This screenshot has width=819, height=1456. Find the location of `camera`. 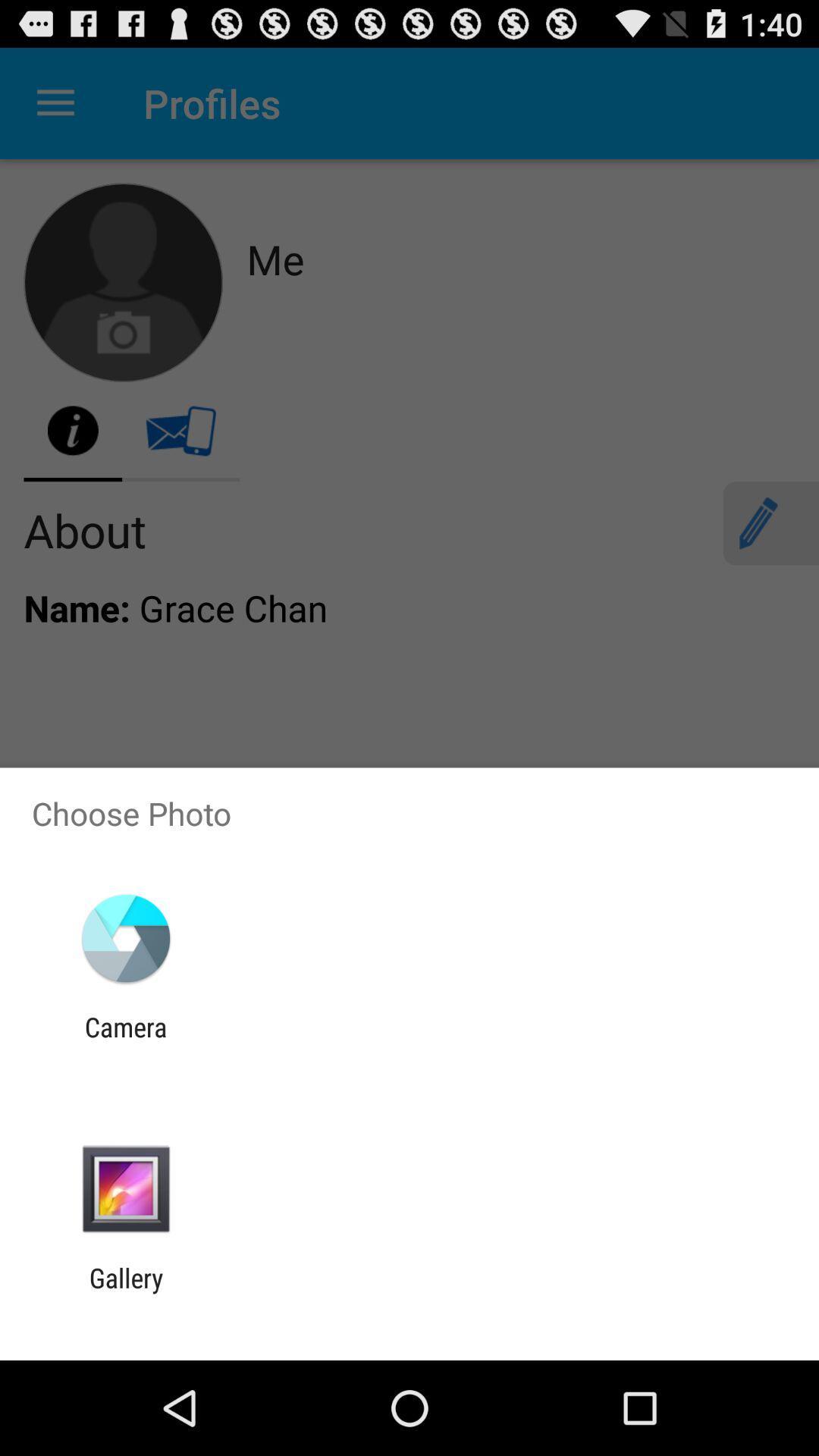

camera is located at coordinates (125, 1042).